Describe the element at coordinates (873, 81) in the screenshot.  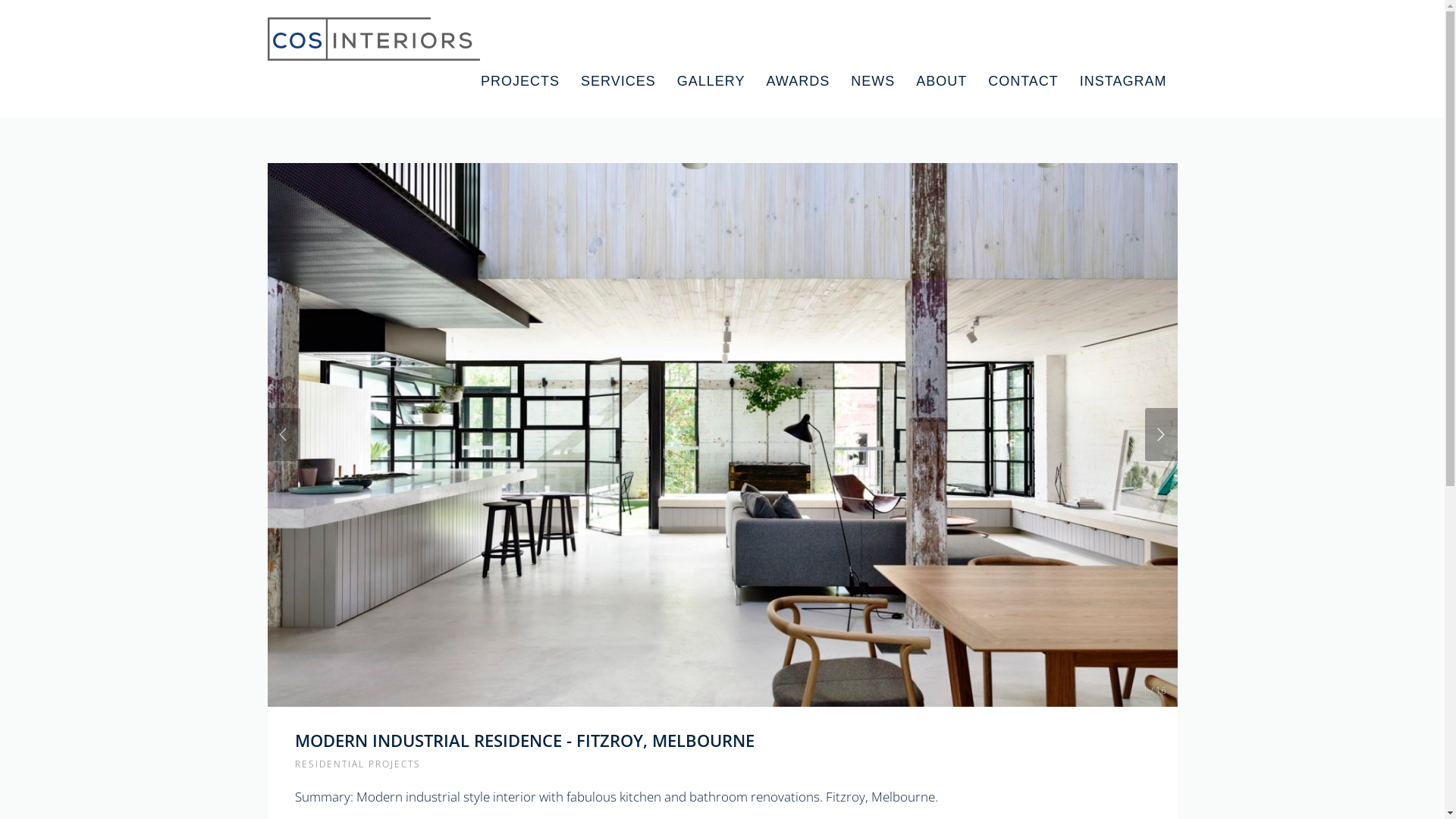
I see `'NEWS'` at that location.